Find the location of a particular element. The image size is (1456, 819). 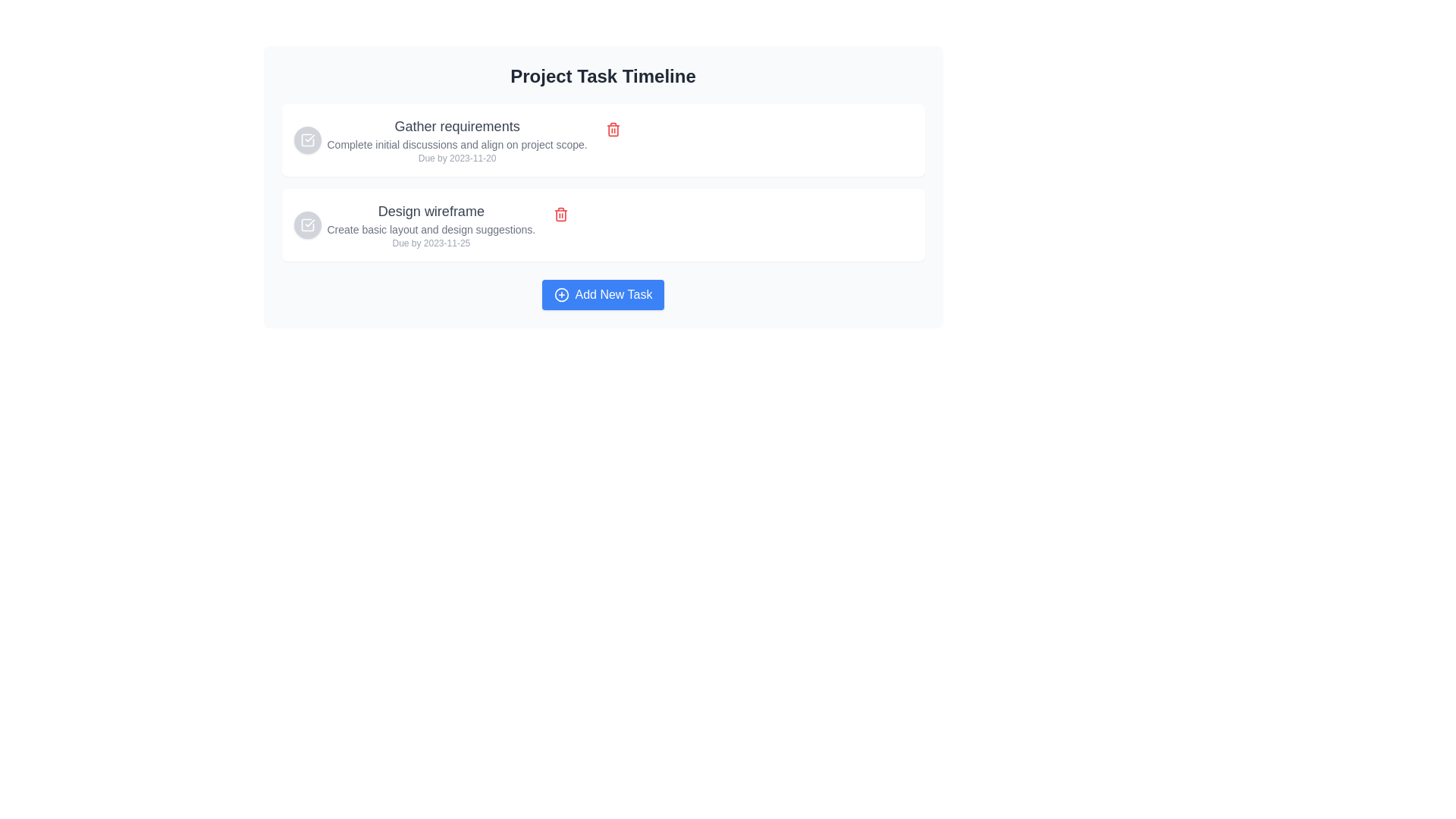

the status indicator icon with a checkmark inside, which is styled as a line drawing with a stroke effect, located is located at coordinates (306, 225).